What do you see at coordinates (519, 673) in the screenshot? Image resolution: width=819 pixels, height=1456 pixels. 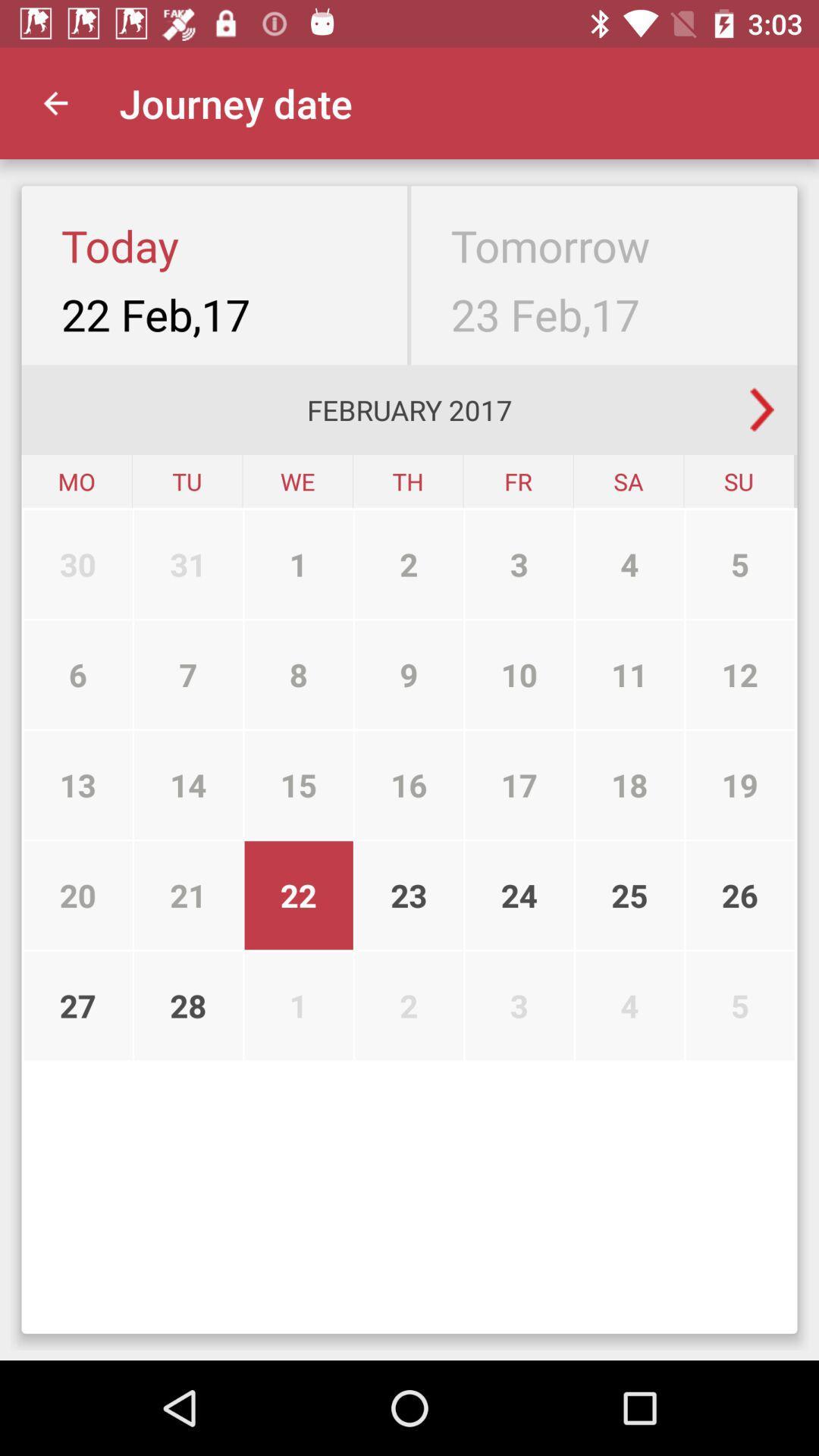 I see `icon to the right of 2 item` at bounding box center [519, 673].